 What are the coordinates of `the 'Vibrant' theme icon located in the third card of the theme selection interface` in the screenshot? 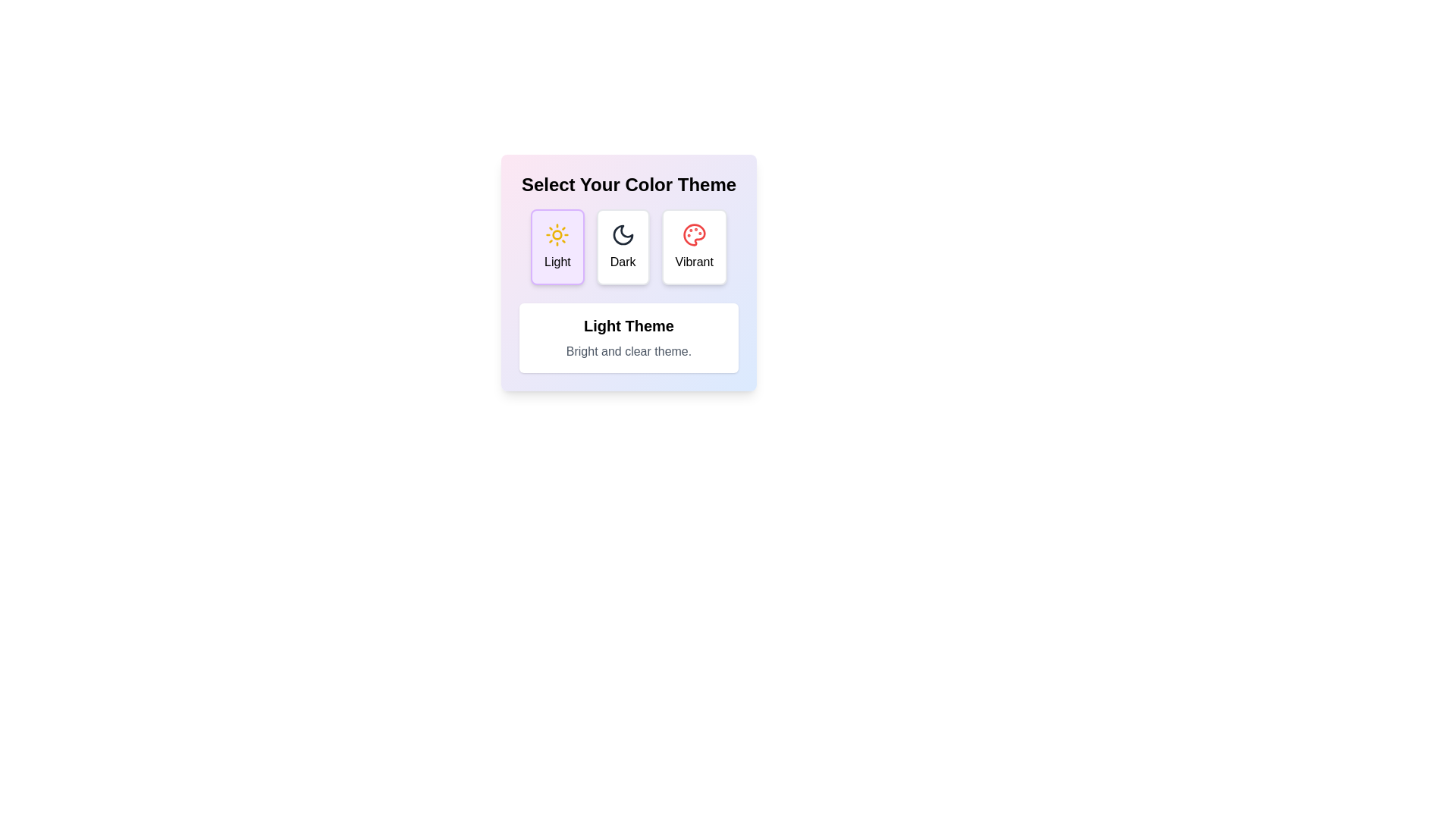 It's located at (693, 234).